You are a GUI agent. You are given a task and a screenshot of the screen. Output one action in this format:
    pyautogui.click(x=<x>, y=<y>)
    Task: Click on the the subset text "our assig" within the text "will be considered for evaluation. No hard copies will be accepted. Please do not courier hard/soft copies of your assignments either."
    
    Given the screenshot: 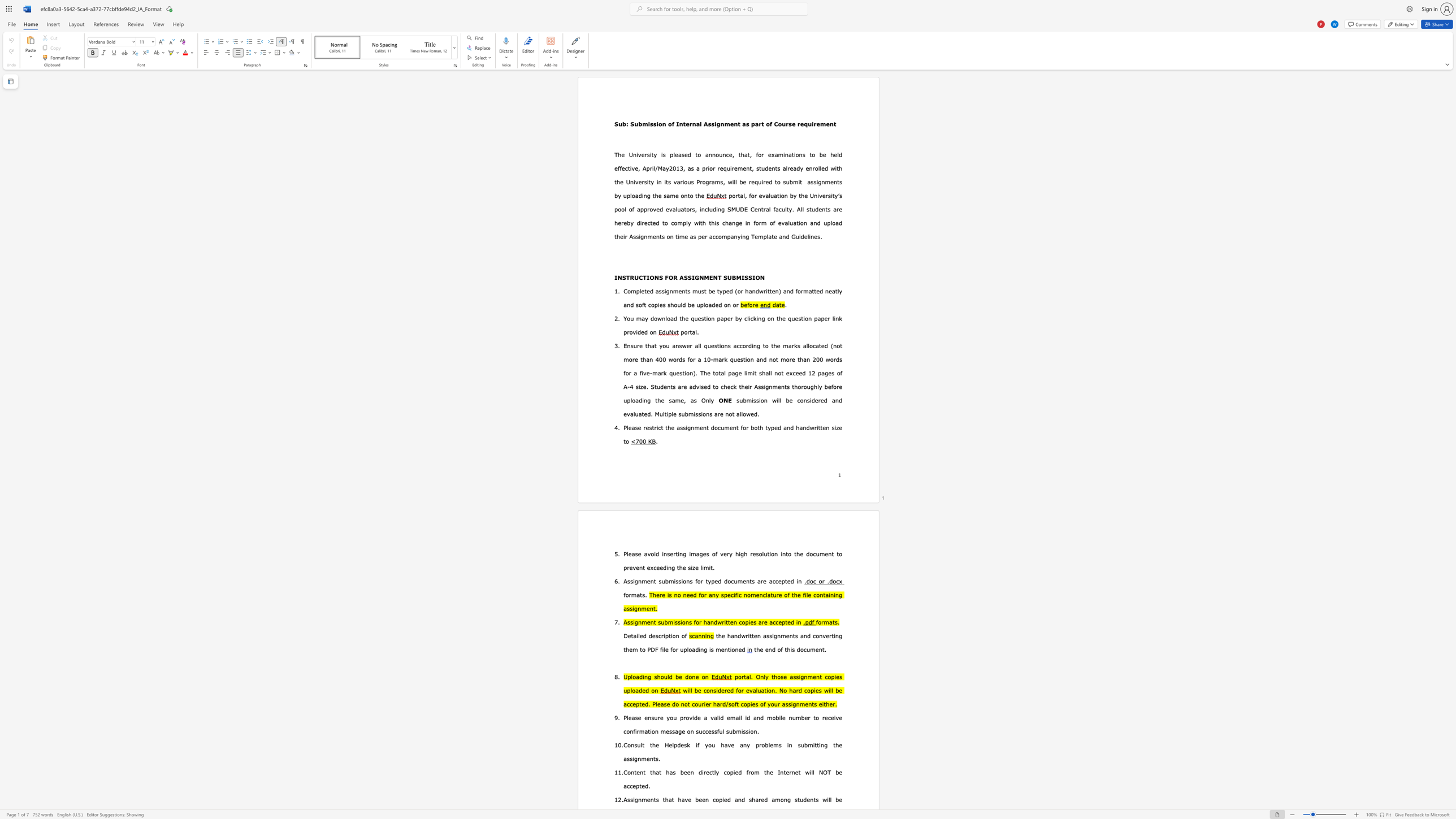 What is the action you would take?
    pyautogui.click(x=770, y=703)
    